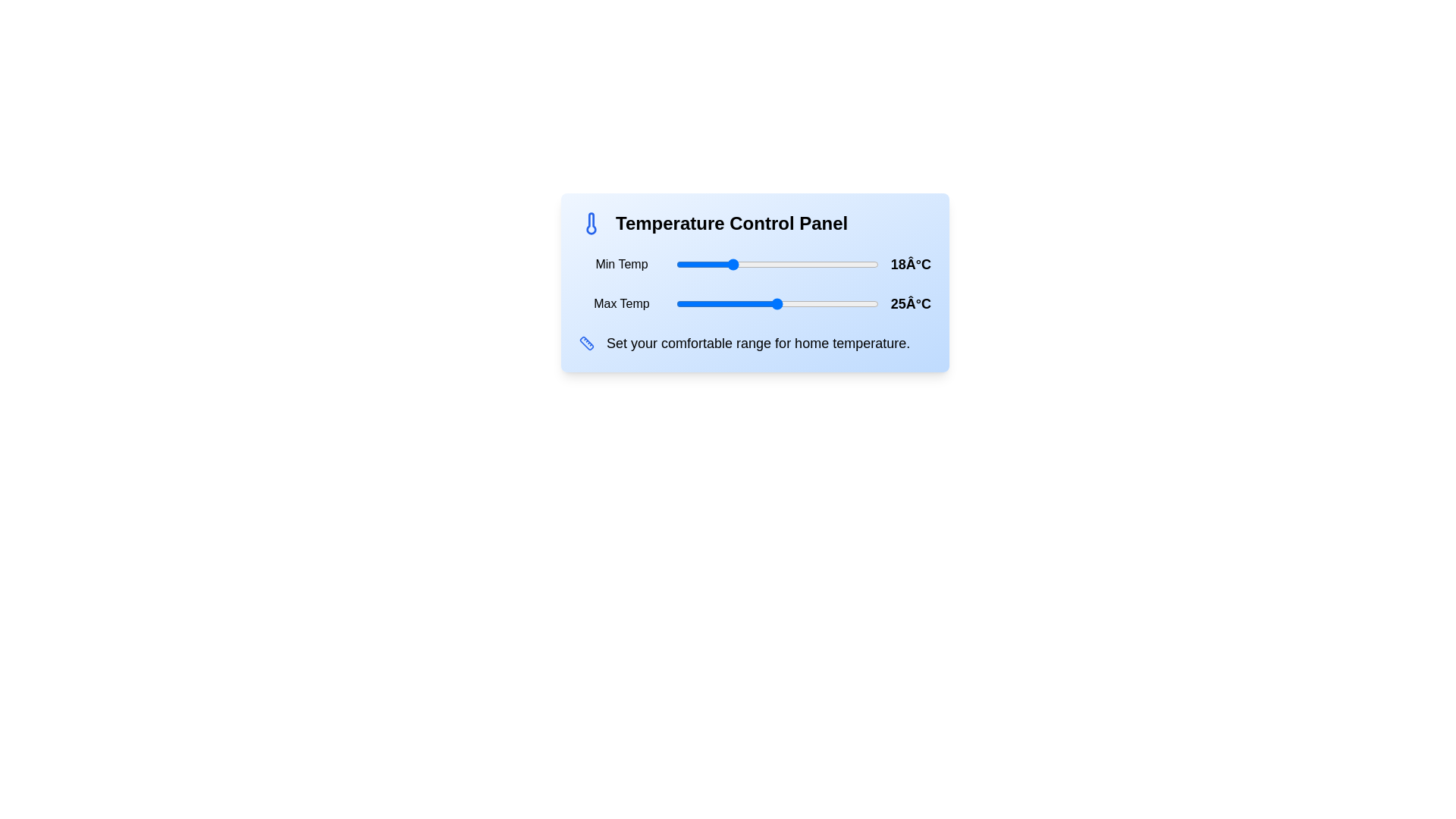  Describe the element at coordinates (695, 304) in the screenshot. I see `the maximum temperature slider to 13°C` at that location.